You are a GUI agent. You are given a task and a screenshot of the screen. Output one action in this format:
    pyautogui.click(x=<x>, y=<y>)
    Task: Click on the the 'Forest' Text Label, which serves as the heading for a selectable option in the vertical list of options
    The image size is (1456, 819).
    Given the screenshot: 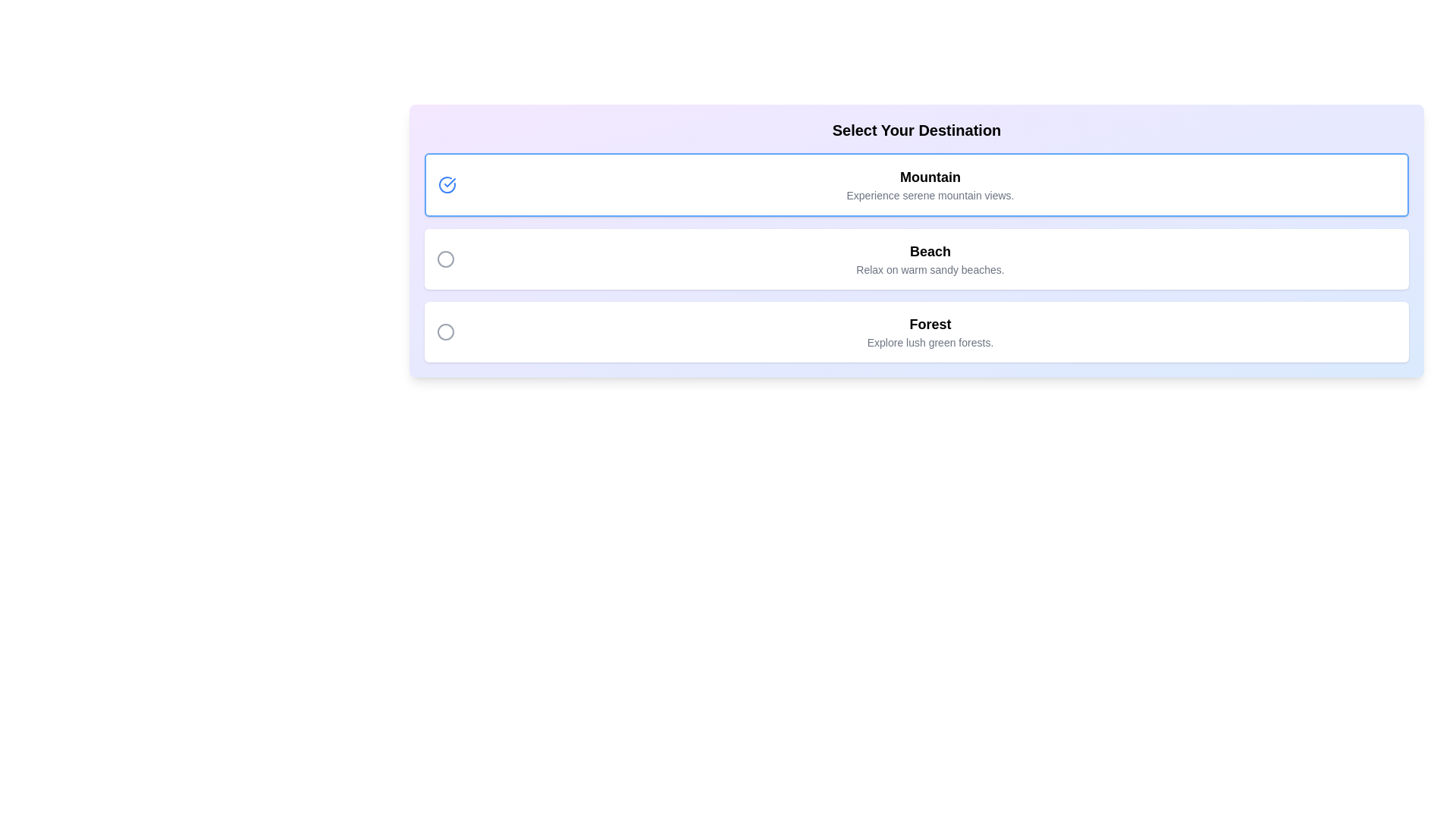 What is the action you would take?
    pyautogui.click(x=930, y=324)
    